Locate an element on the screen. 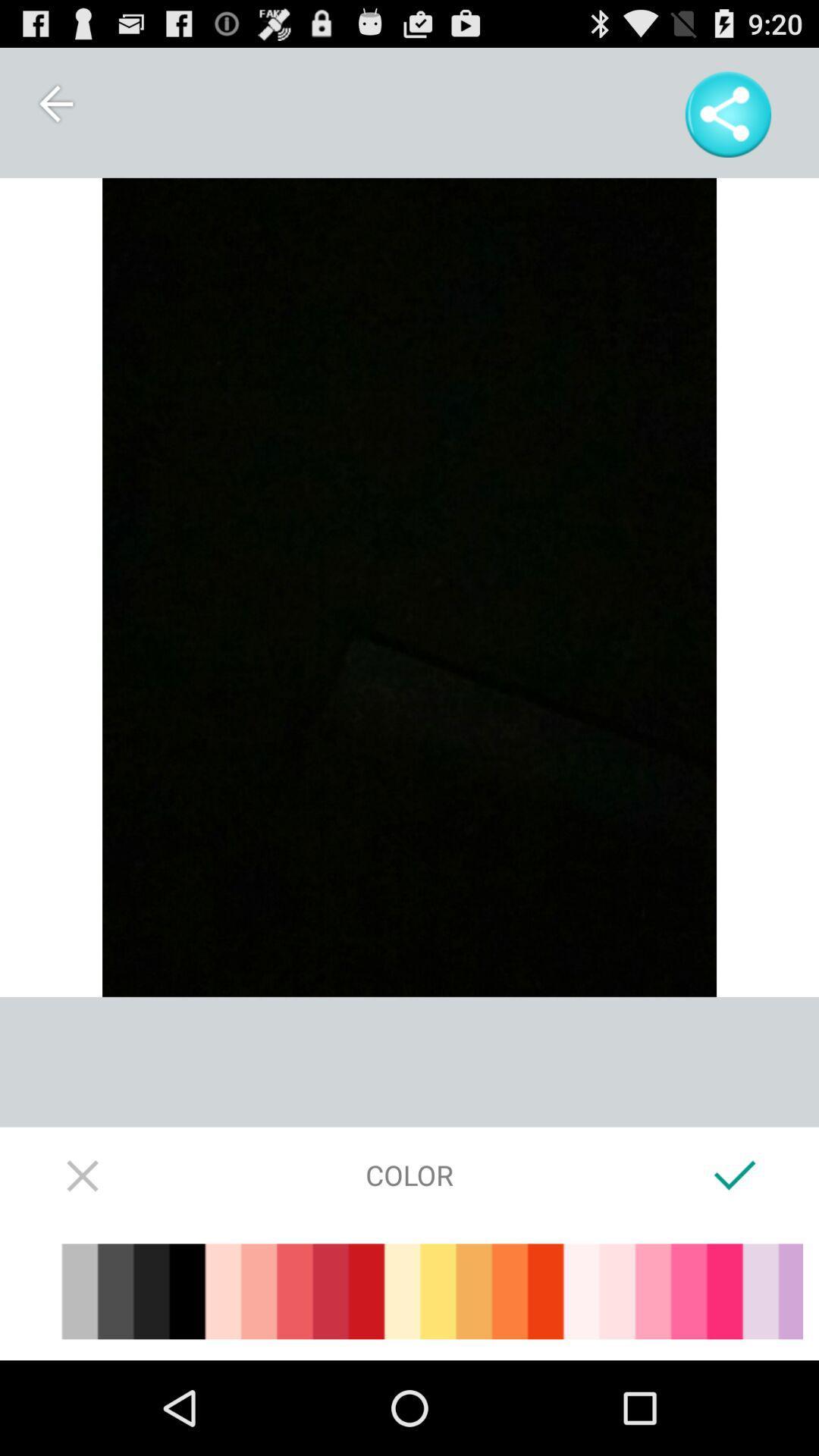 This screenshot has height=1456, width=819. confirmar a ao is located at coordinates (734, 1174).